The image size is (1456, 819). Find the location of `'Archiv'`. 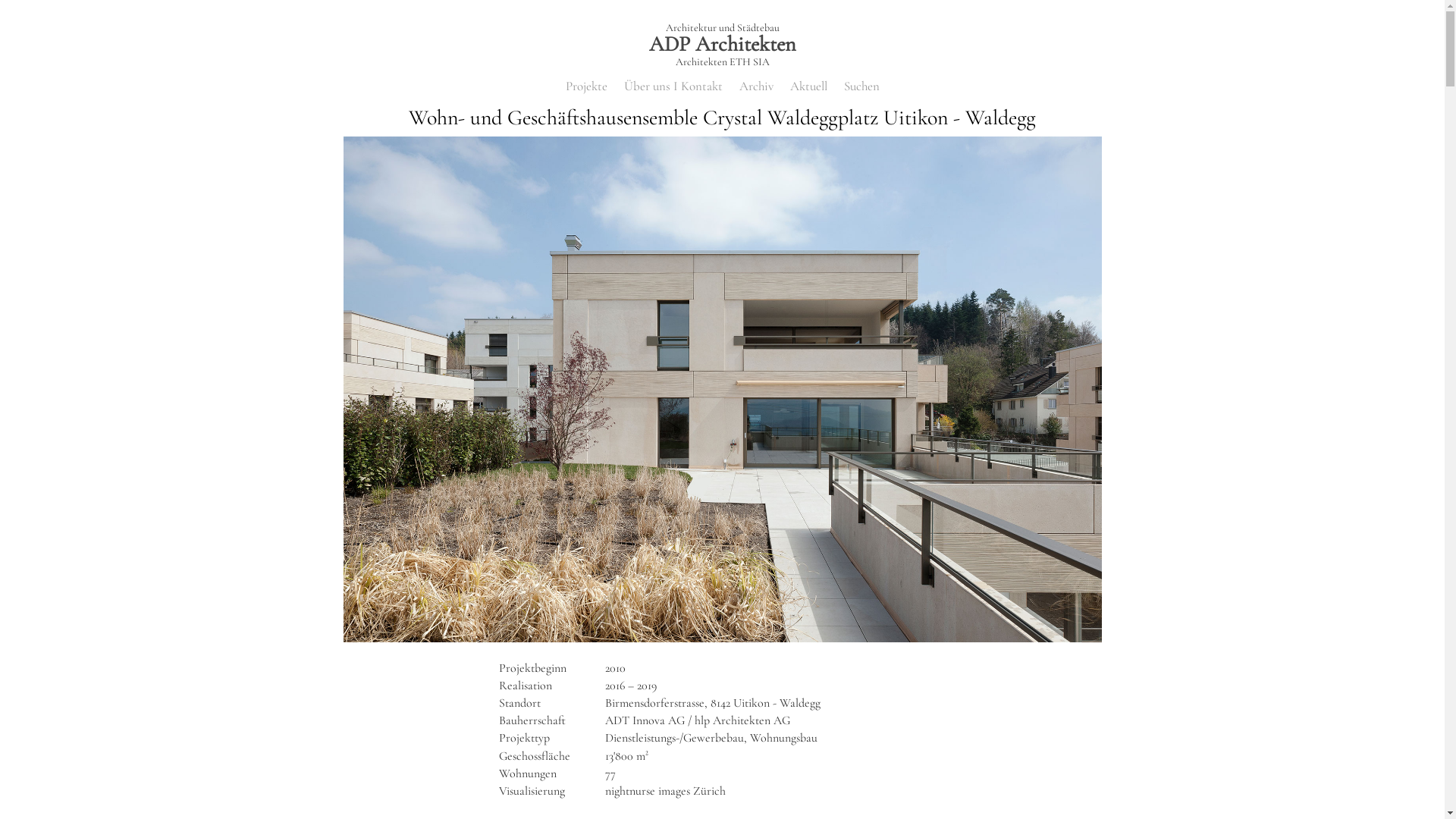

'Archiv' is located at coordinates (755, 87).